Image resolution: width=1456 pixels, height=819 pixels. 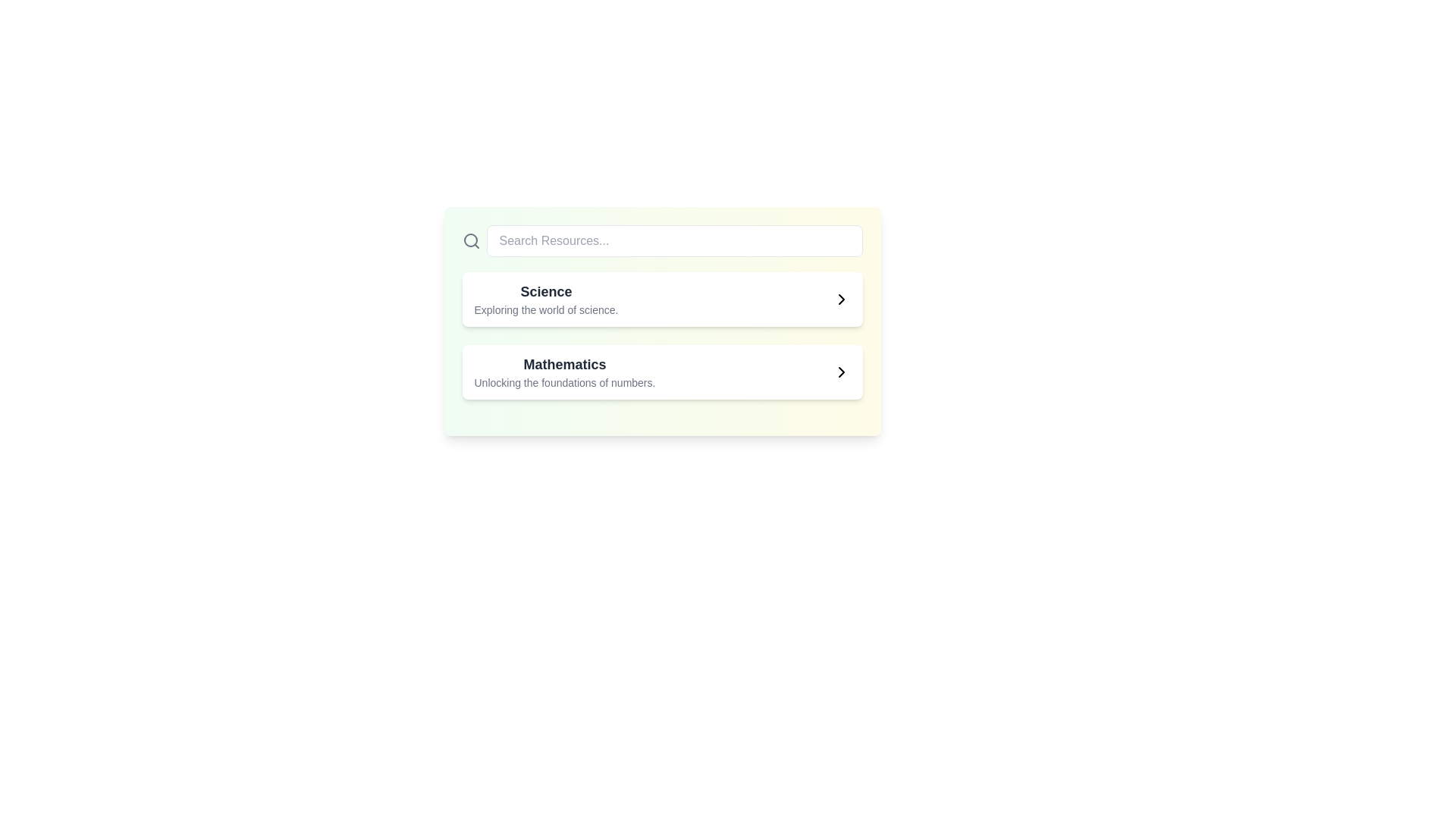 What do you see at coordinates (563, 382) in the screenshot?
I see `the static text element that reads 'Unlocking the foundations of numbers.' which is located beneath the title 'Mathematics'` at bounding box center [563, 382].